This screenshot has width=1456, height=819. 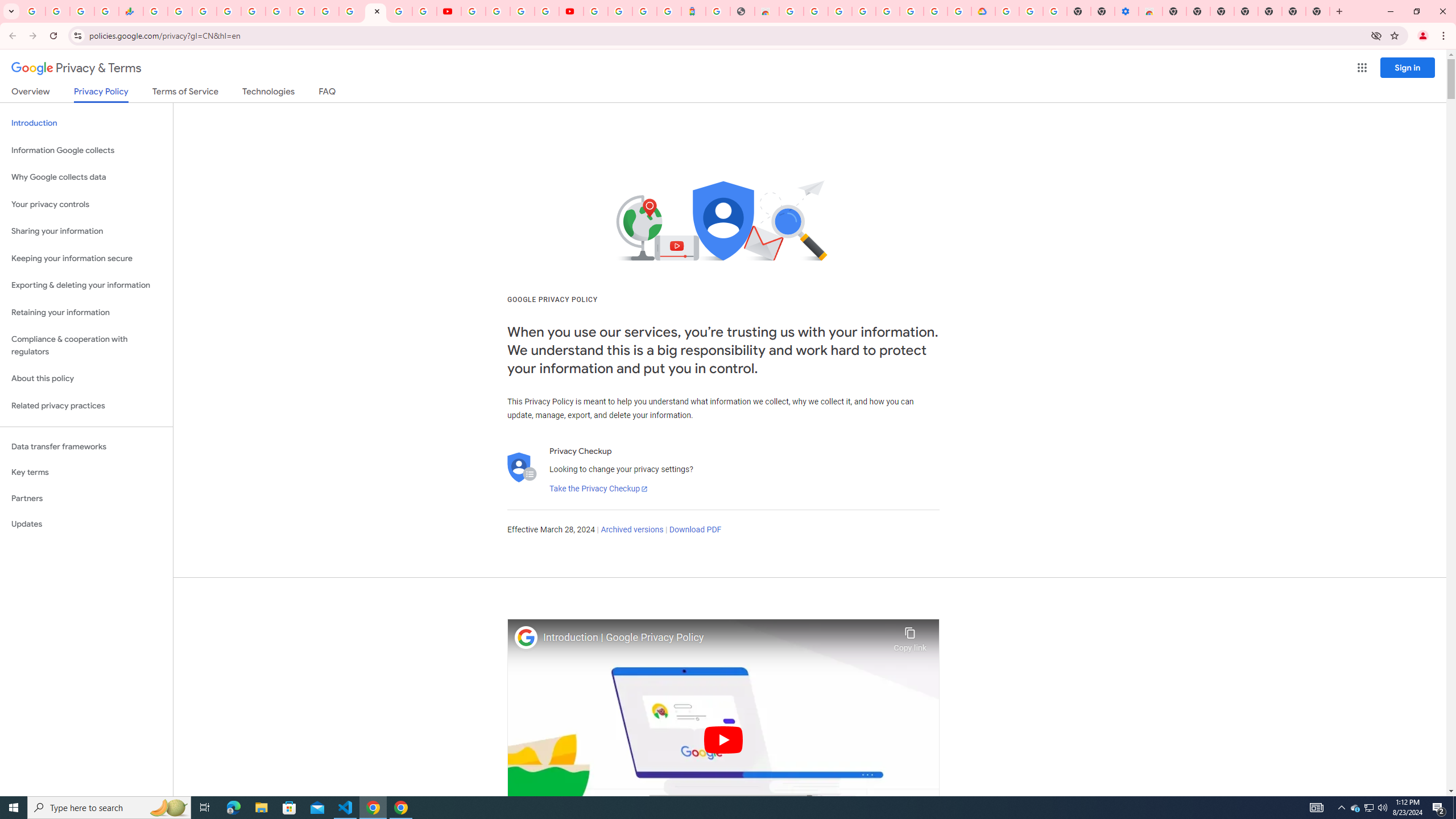 What do you see at coordinates (473, 11) in the screenshot?
I see `'YouTube'` at bounding box center [473, 11].